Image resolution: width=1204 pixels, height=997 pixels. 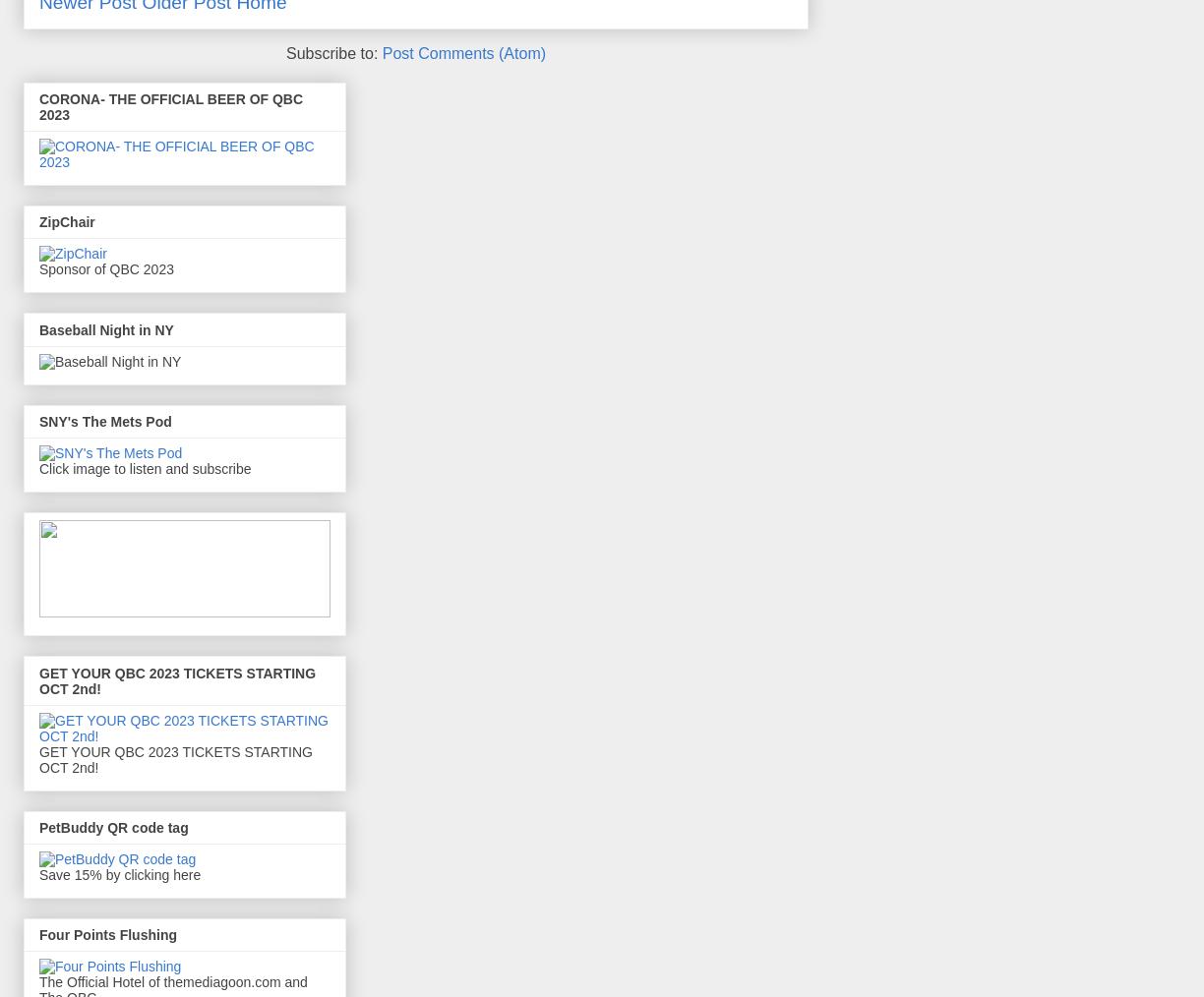 I want to click on 'Save 15% by clicking here', so click(x=119, y=872).